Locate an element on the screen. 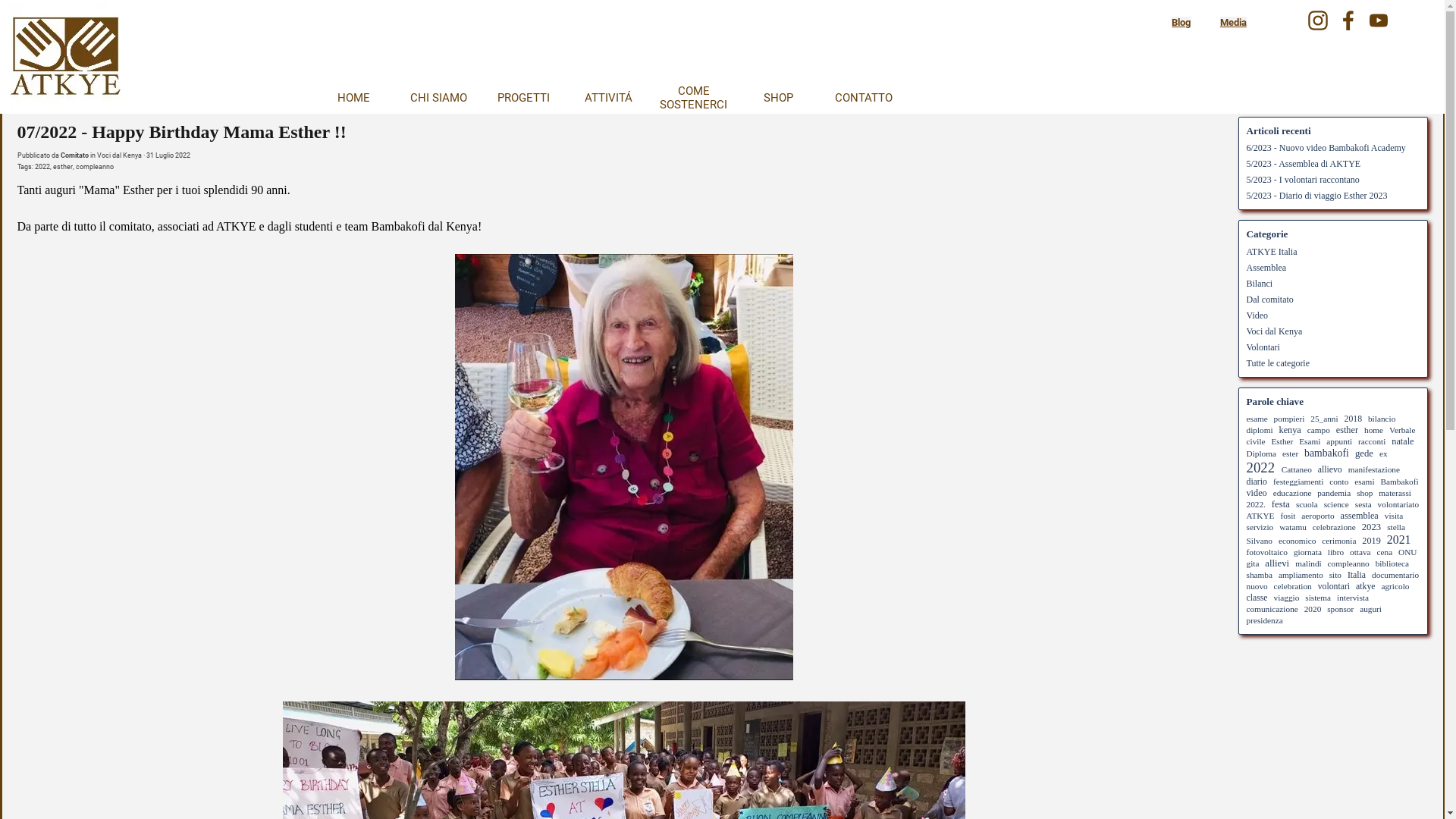 This screenshot has height=819, width=1456. 'shamba' is located at coordinates (1259, 575).